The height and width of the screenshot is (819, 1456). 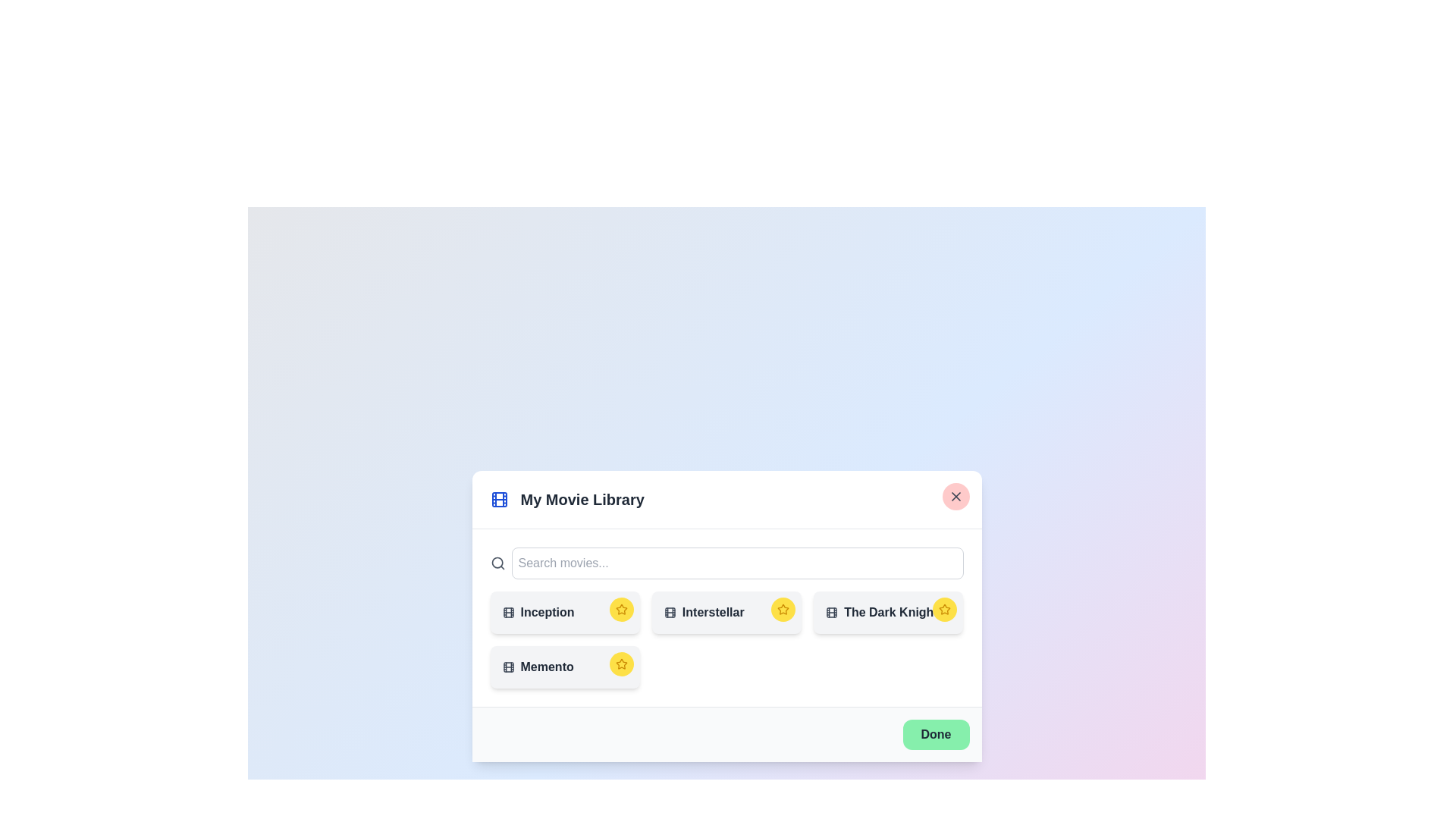 What do you see at coordinates (499, 500) in the screenshot?
I see `the icon representing the 'My Movie Library' section, located in the header to the left of the section text and above the search bar` at bounding box center [499, 500].